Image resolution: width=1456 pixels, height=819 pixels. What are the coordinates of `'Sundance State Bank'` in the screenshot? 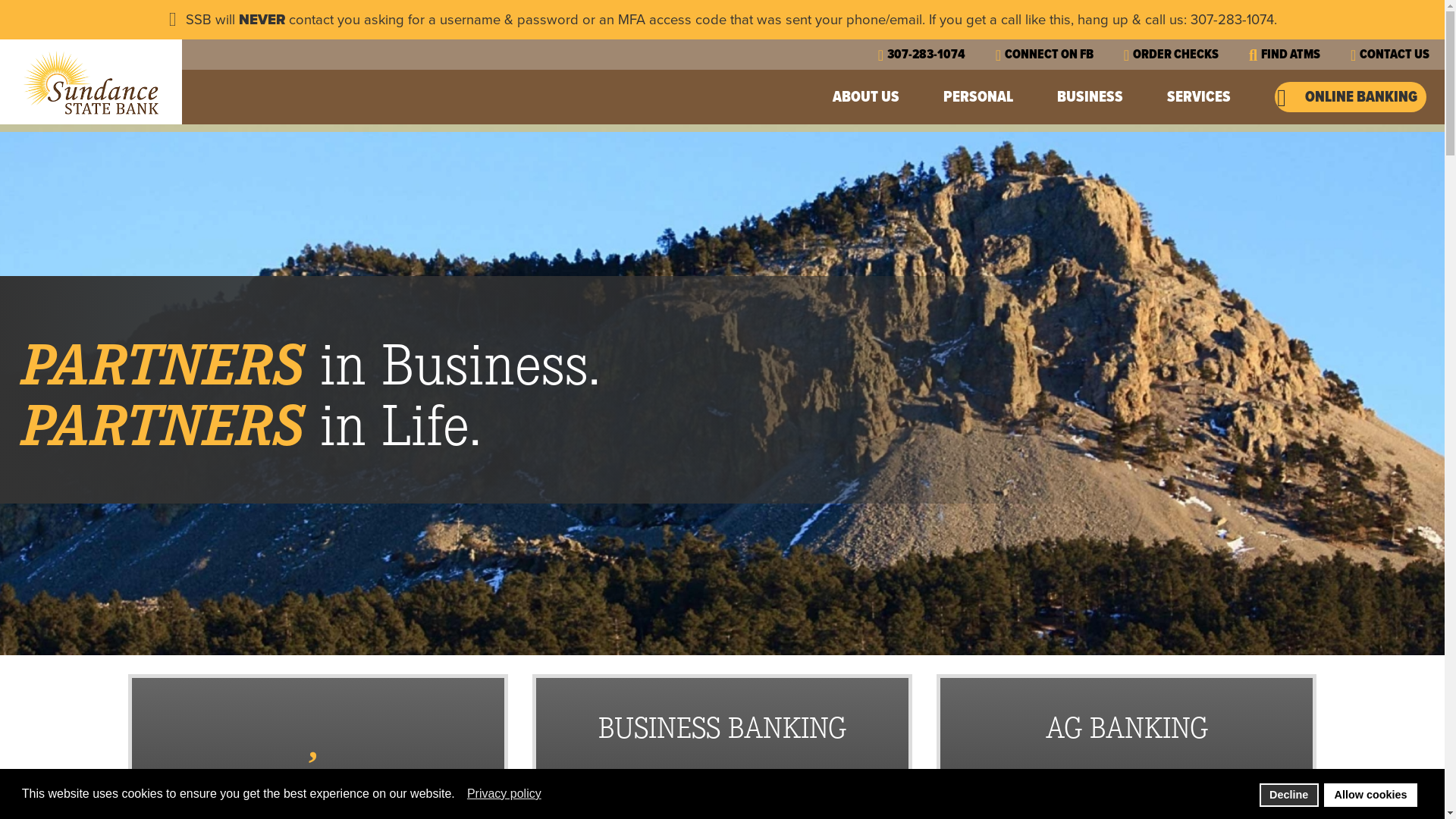 It's located at (90, 82).